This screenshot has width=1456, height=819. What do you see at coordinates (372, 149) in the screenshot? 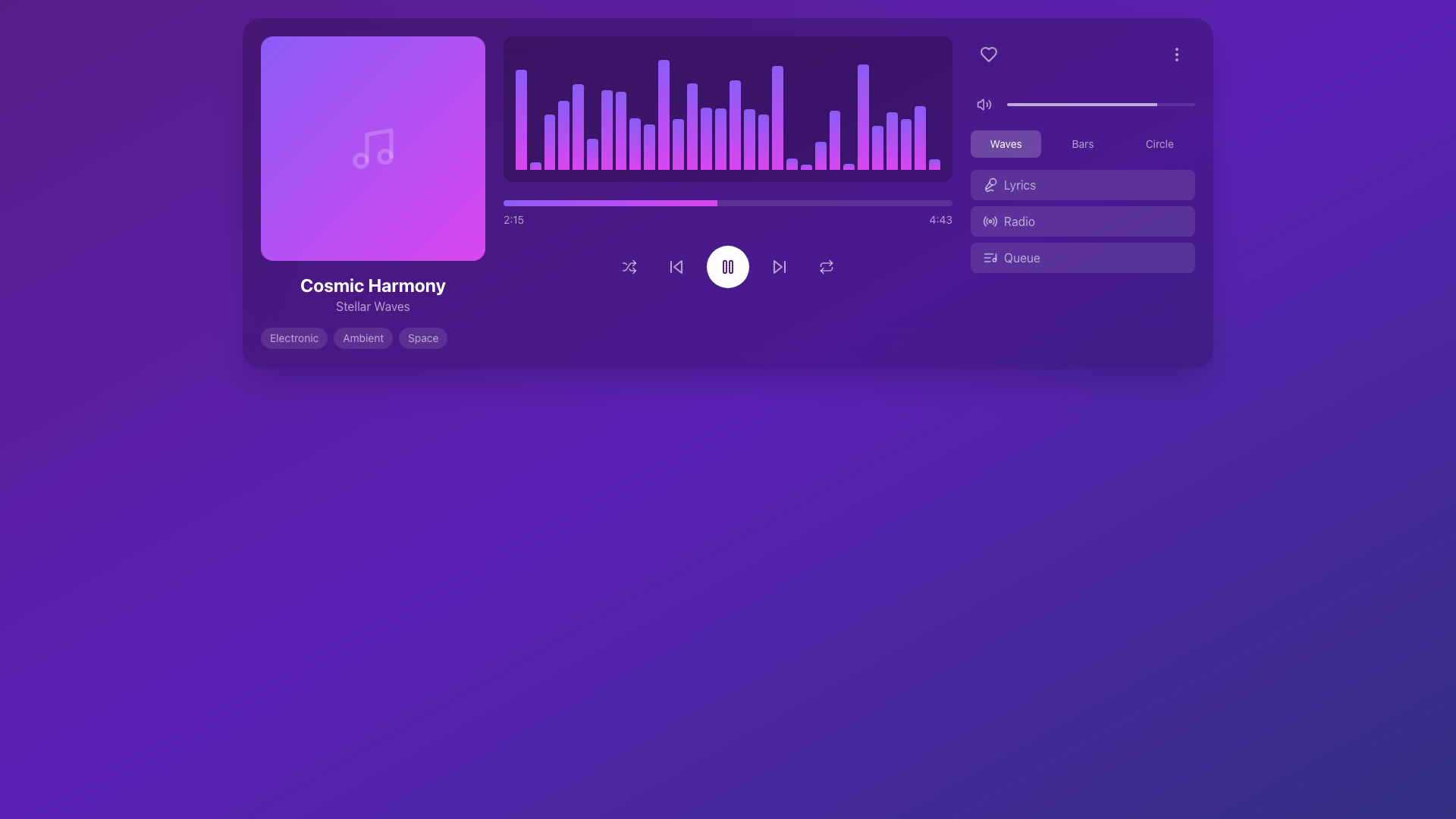
I see `the button located at the center of the album artwork section` at bounding box center [372, 149].